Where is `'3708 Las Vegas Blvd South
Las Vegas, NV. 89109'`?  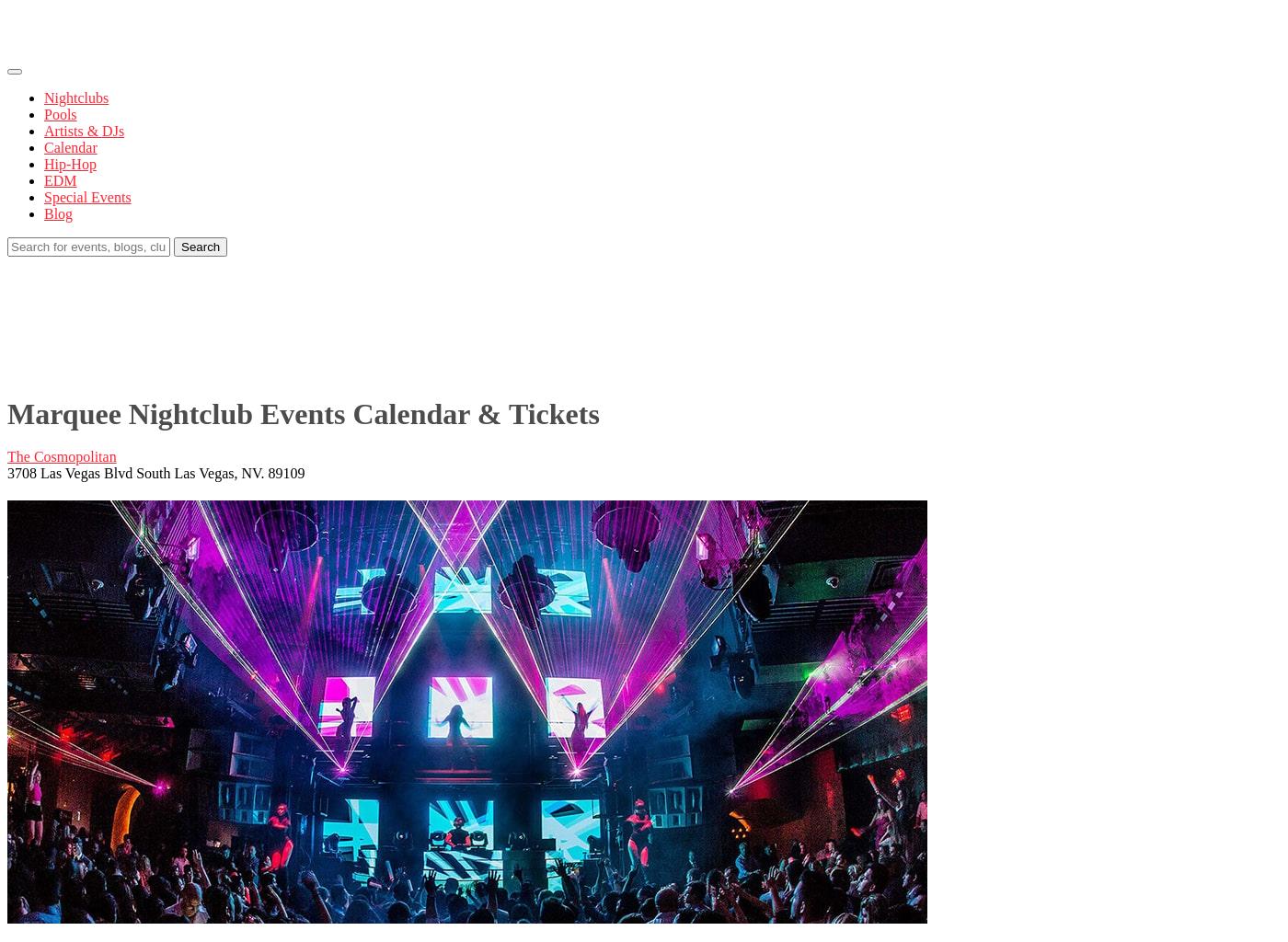 '3708 Las Vegas Blvd South
Las Vegas, NV. 89109' is located at coordinates (155, 472).